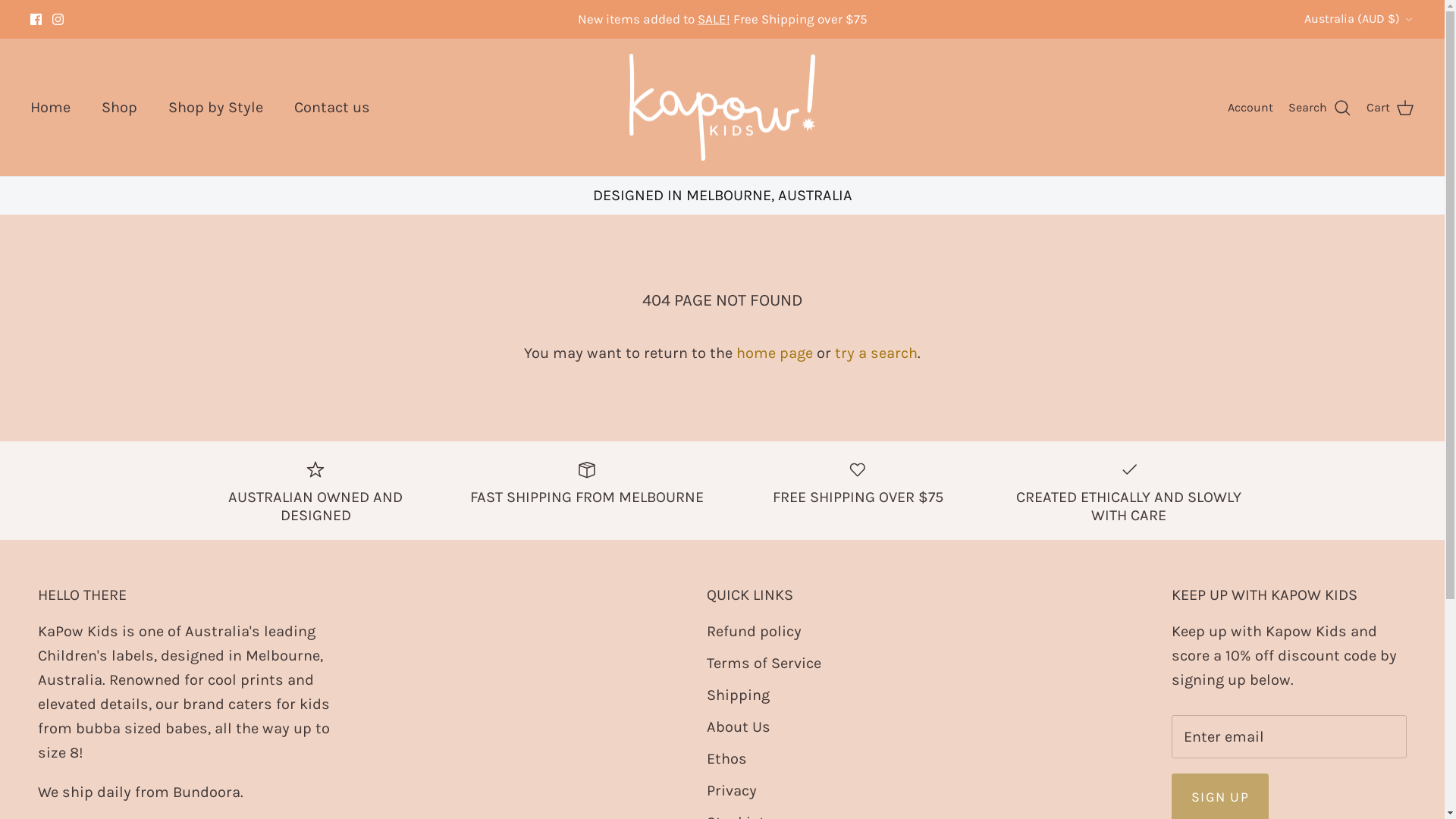  What do you see at coordinates (705, 789) in the screenshot?
I see `'Privacy'` at bounding box center [705, 789].